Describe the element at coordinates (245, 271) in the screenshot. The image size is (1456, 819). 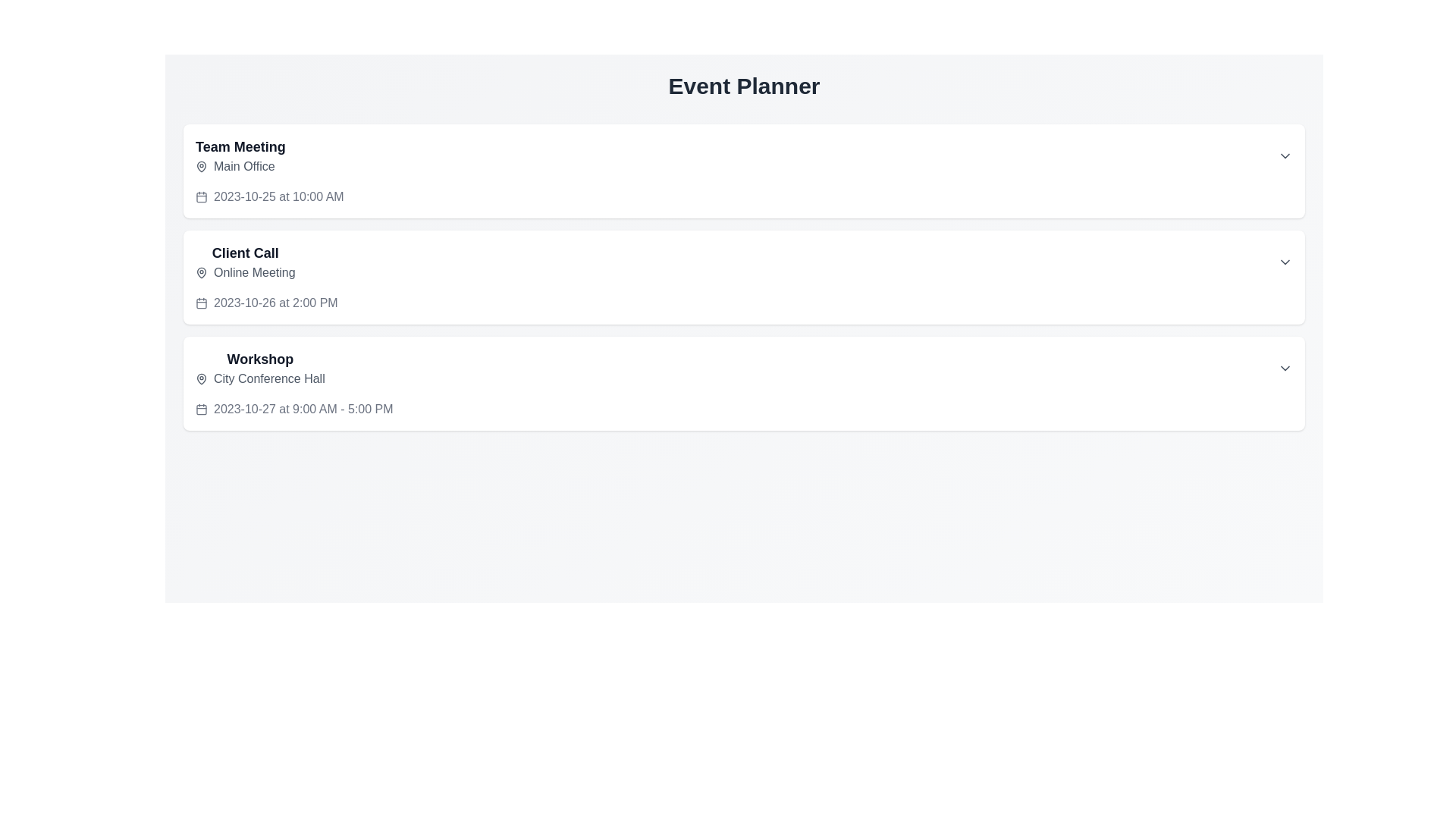
I see `the label with icon located in the 'Client Call' section, positioned directly underneath the 'Client Call' title text` at that location.